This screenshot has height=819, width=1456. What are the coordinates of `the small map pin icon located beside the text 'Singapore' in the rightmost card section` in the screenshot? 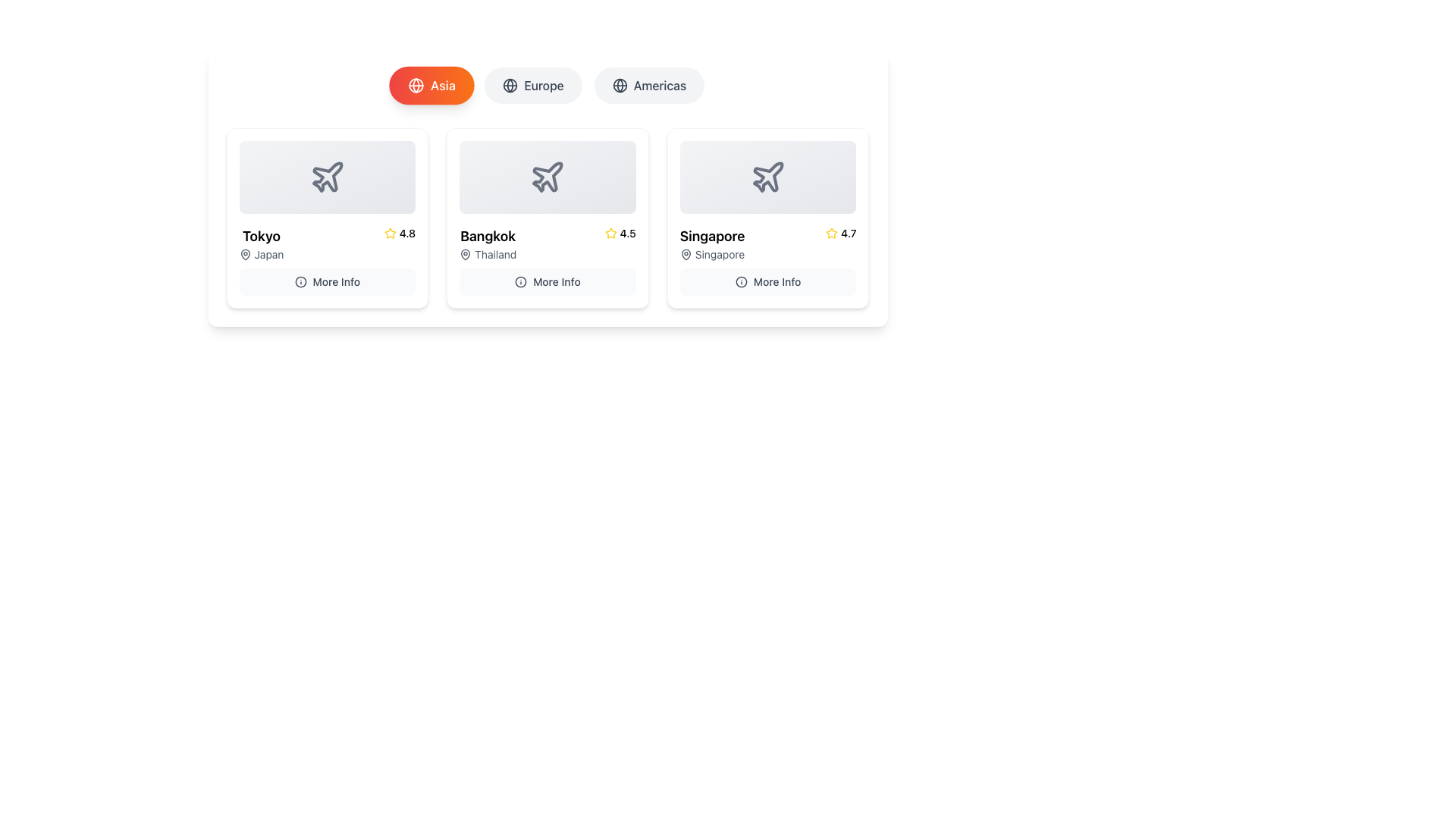 It's located at (685, 253).